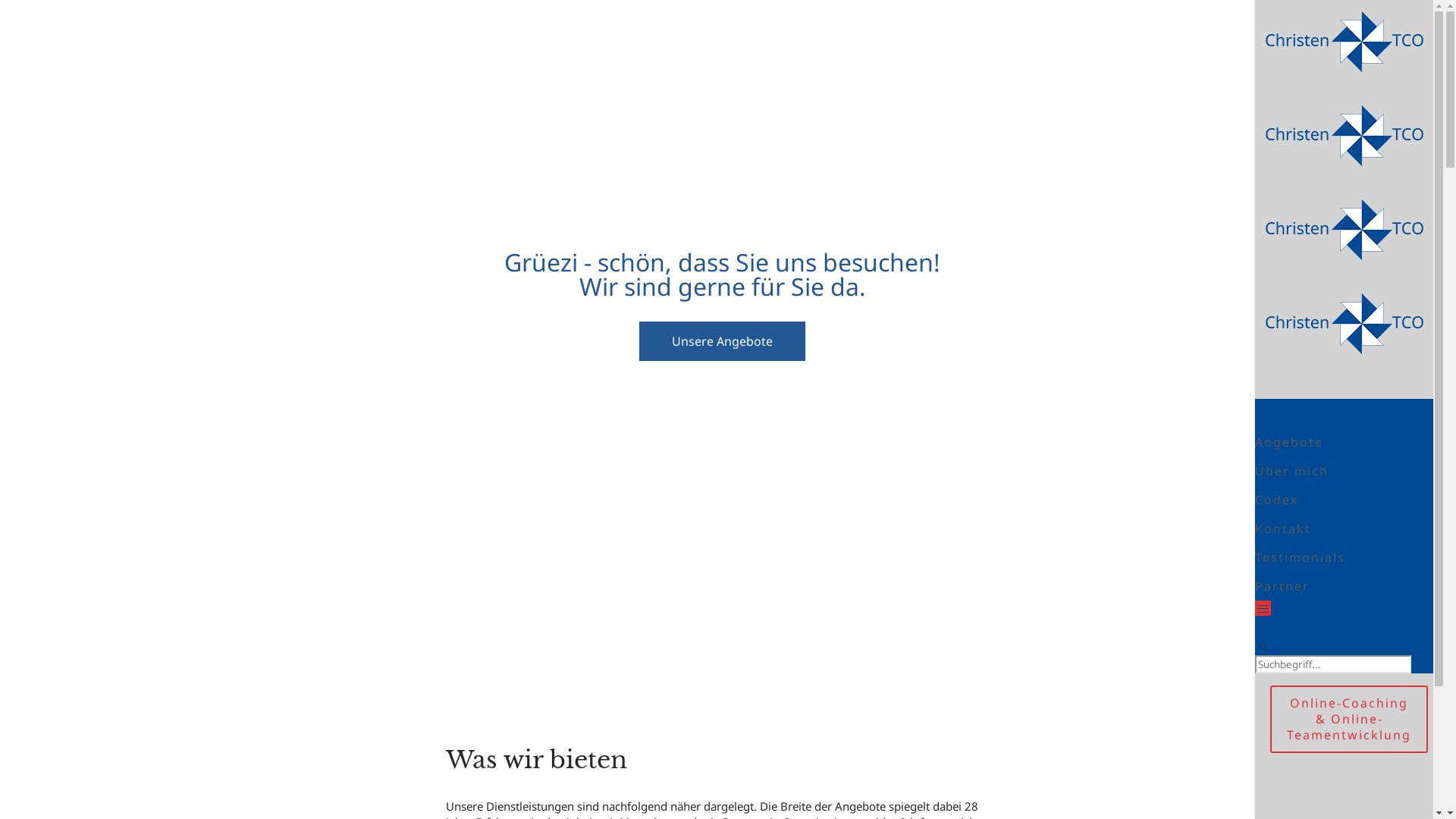 The width and height of the screenshot is (1456, 819). What do you see at coordinates (1299, 557) in the screenshot?
I see `'Testimonials'` at bounding box center [1299, 557].